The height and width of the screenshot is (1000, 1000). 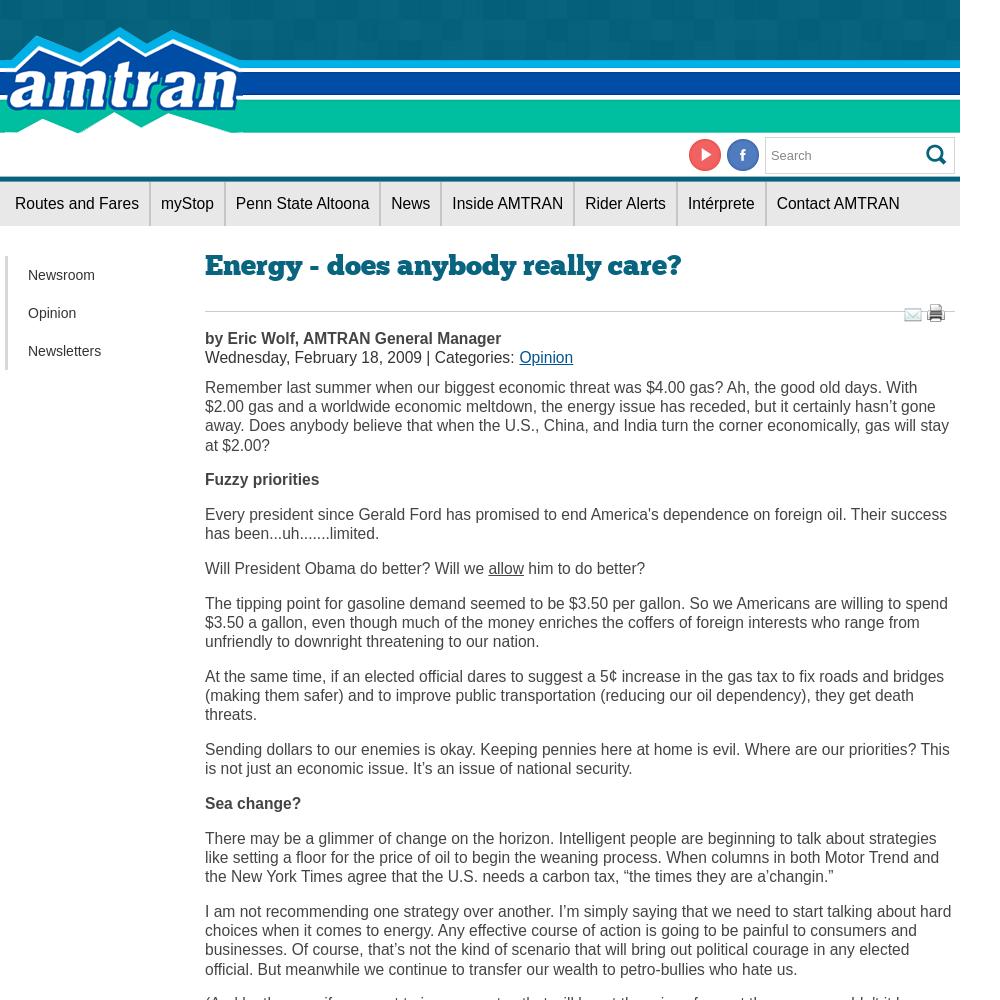 I want to click on 'I am not recommending one strategy over another. I’m simply saying that we need to start talking about hard choices when it comes to energy. Any effective course of action is going to be painful to consumers and businesses. Of course, that’s not the kind of scenario that will bring out political courage in any elected official. But meanwhile we continue to transfer our wealth to petro-bullies who hate us.', so click(x=577, y=939).